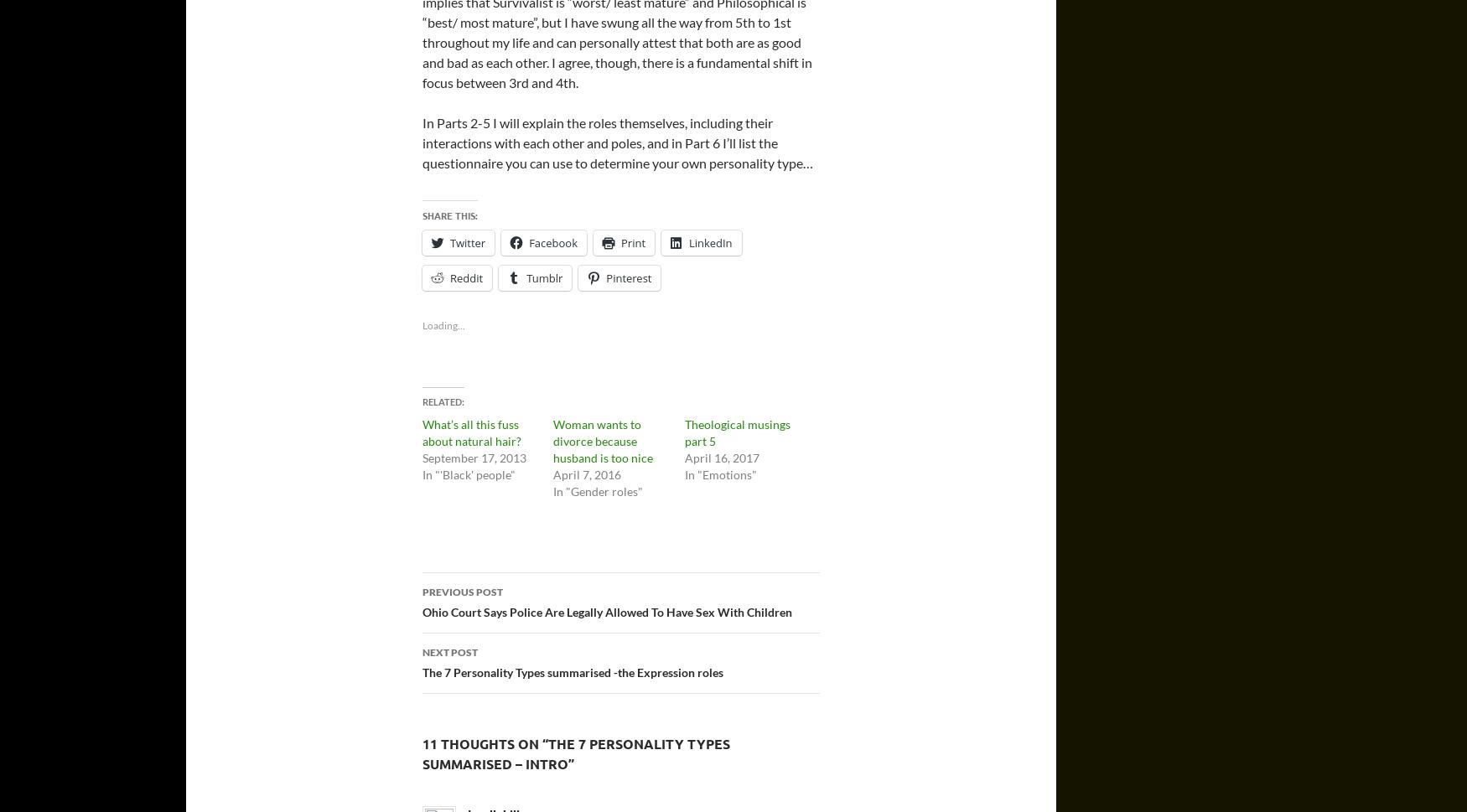  What do you see at coordinates (526, 277) in the screenshot?
I see `'Tumblr'` at bounding box center [526, 277].